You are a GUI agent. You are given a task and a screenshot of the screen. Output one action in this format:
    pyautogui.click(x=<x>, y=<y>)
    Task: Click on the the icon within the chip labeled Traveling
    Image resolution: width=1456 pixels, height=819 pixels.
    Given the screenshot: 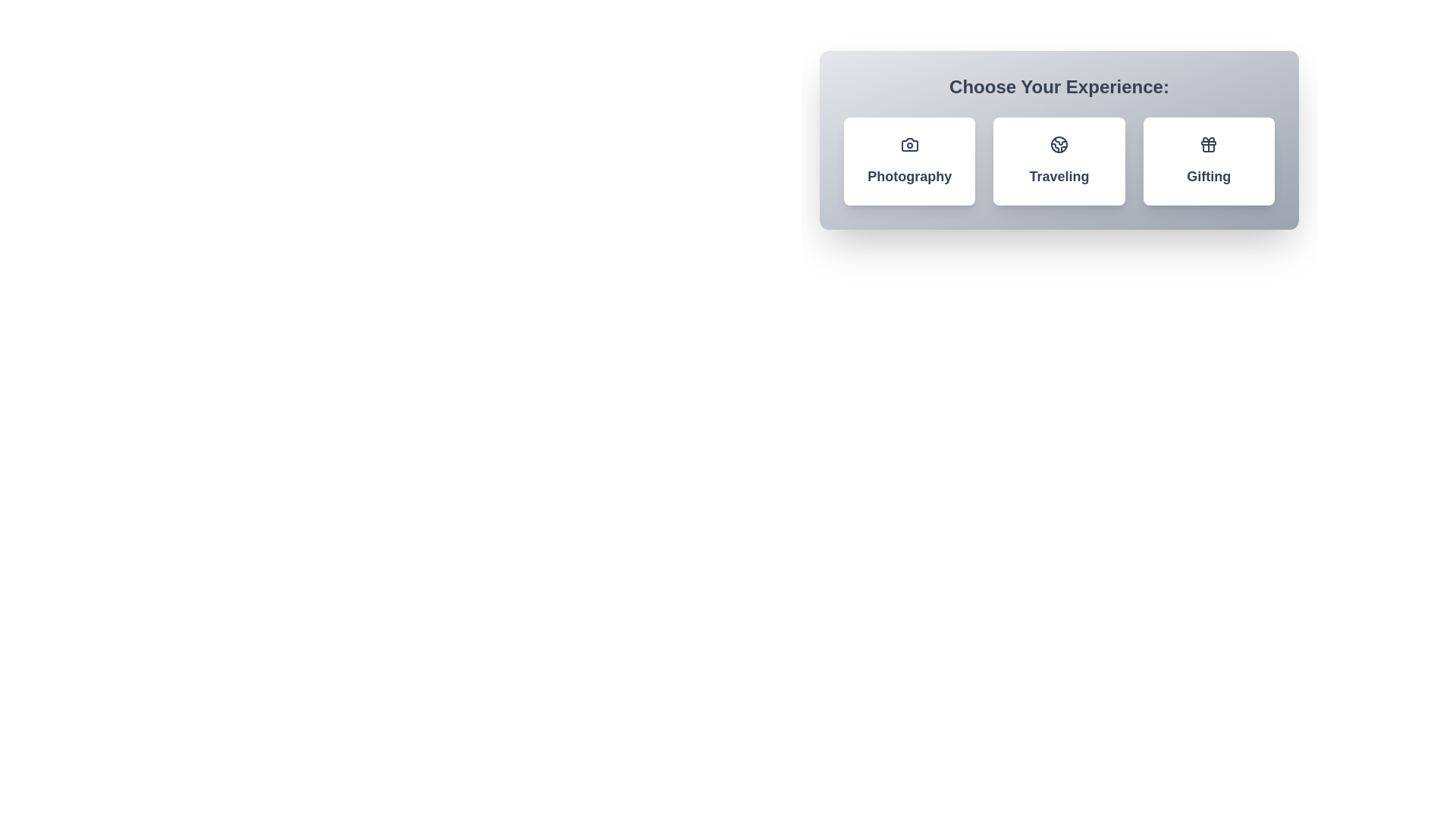 What is the action you would take?
    pyautogui.click(x=1058, y=145)
    